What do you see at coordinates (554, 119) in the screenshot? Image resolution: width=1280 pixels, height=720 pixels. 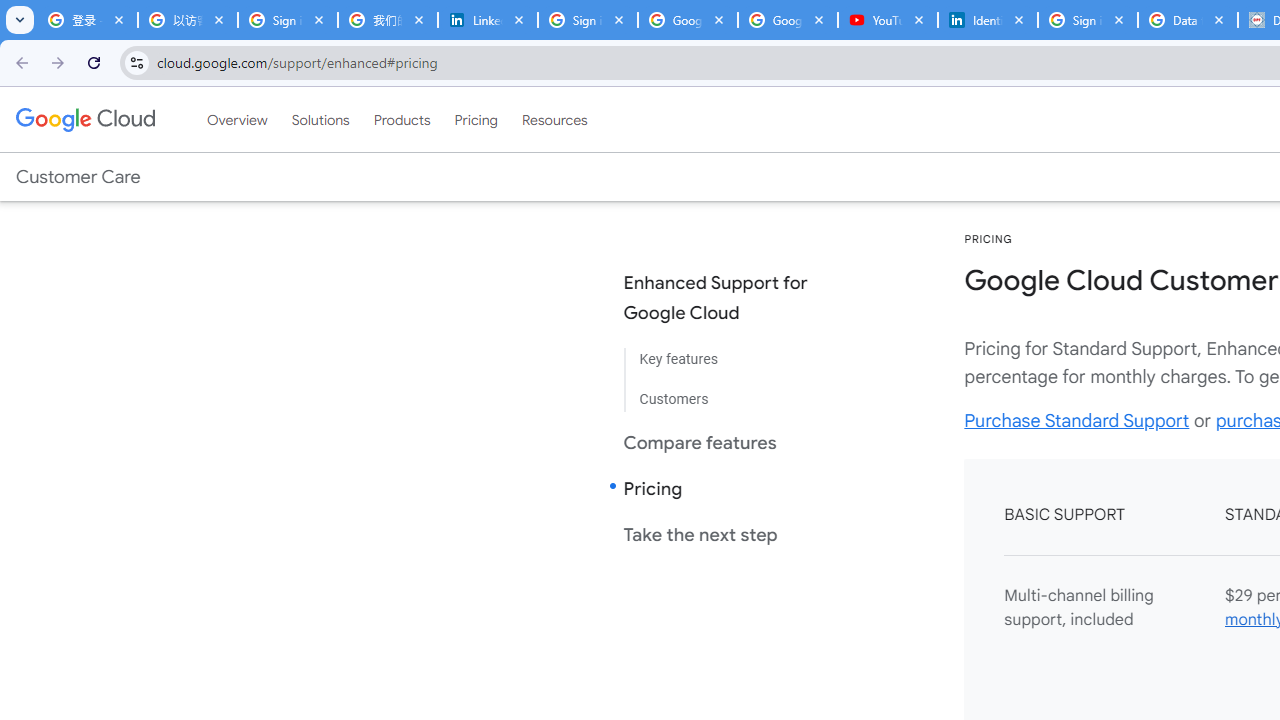 I see `'Resources'` at bounding box center [554, 119].